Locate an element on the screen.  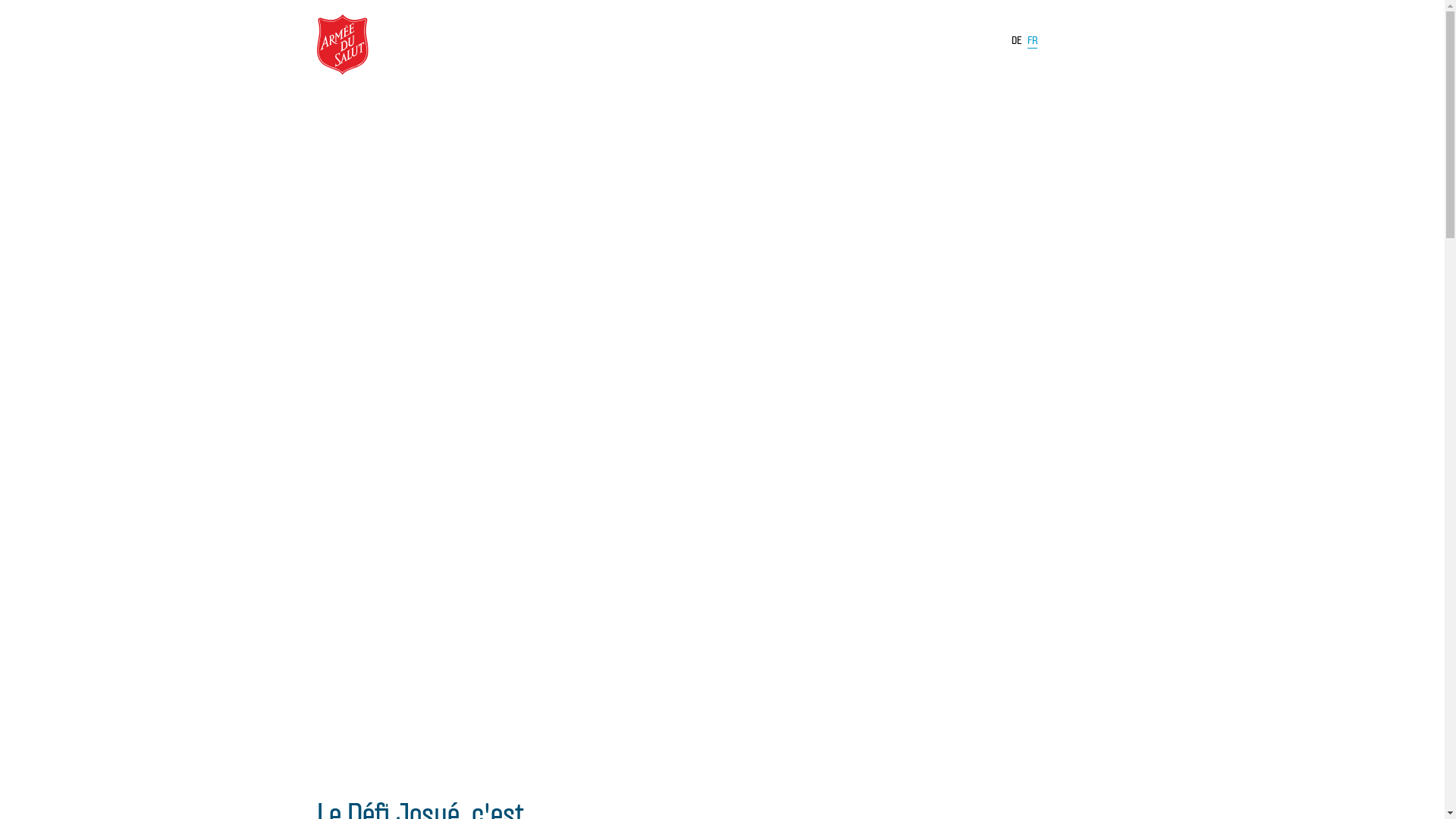
'DE' is located at coordinates (1016, 40).